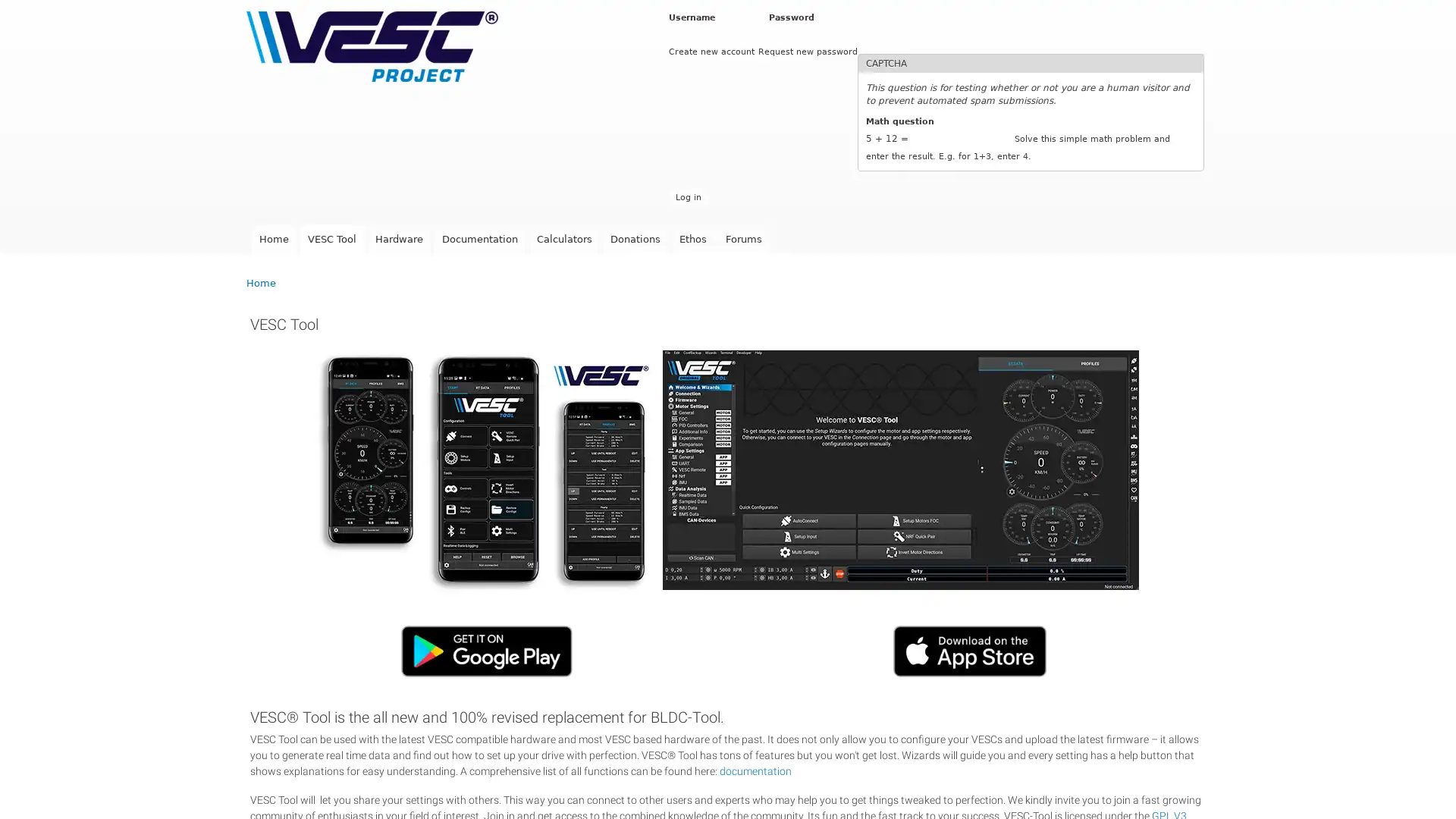  Describe the element at coordinates (687, 196) in the screenshot. I see `Log in` at that location.